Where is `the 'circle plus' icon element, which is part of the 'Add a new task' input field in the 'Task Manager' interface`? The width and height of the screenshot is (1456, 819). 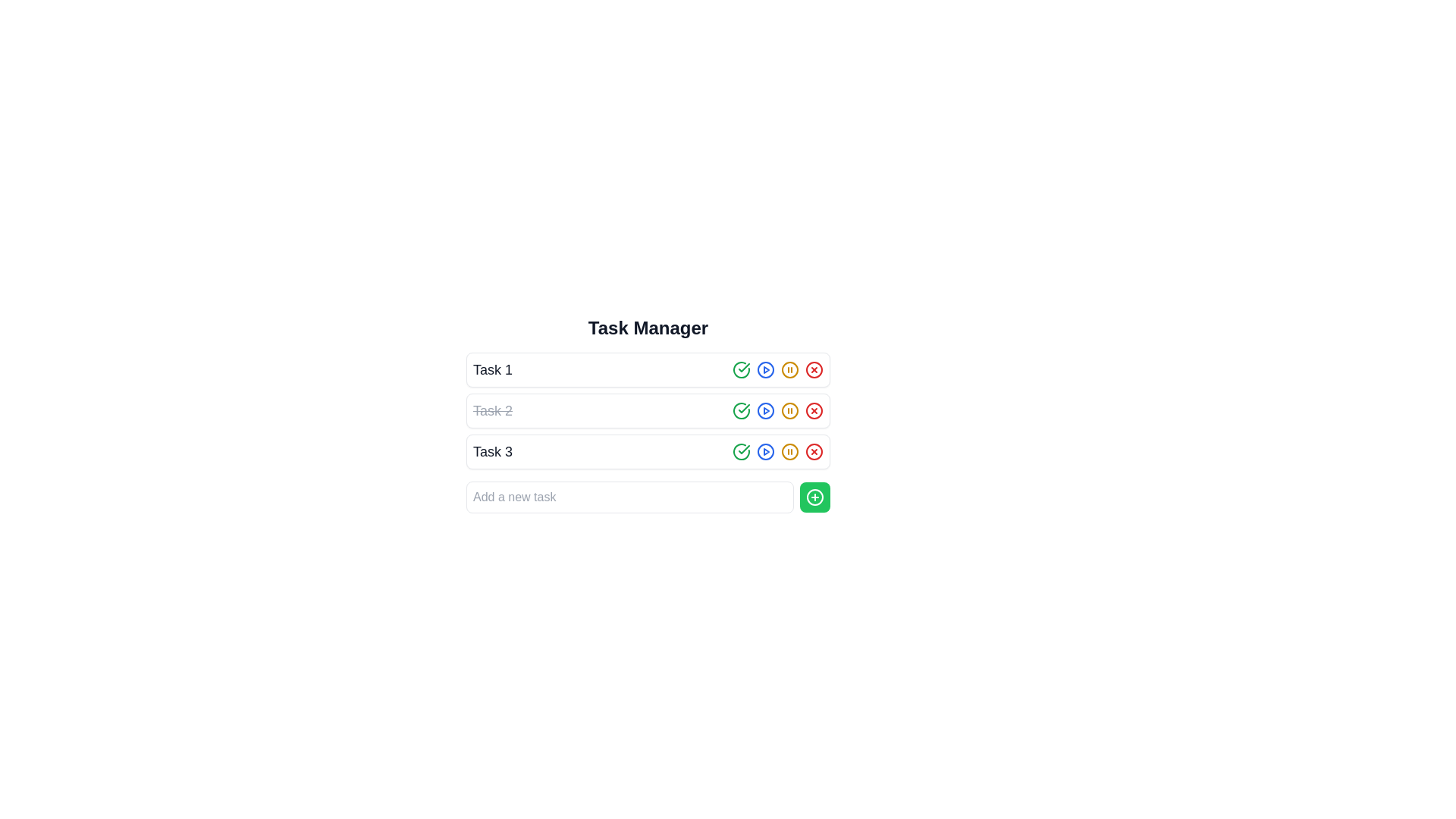 the 'circle plus' icon element, which is part of the 'Add a new task' input field in the 'Task Manager' interface is located at coordinates (814, 497).